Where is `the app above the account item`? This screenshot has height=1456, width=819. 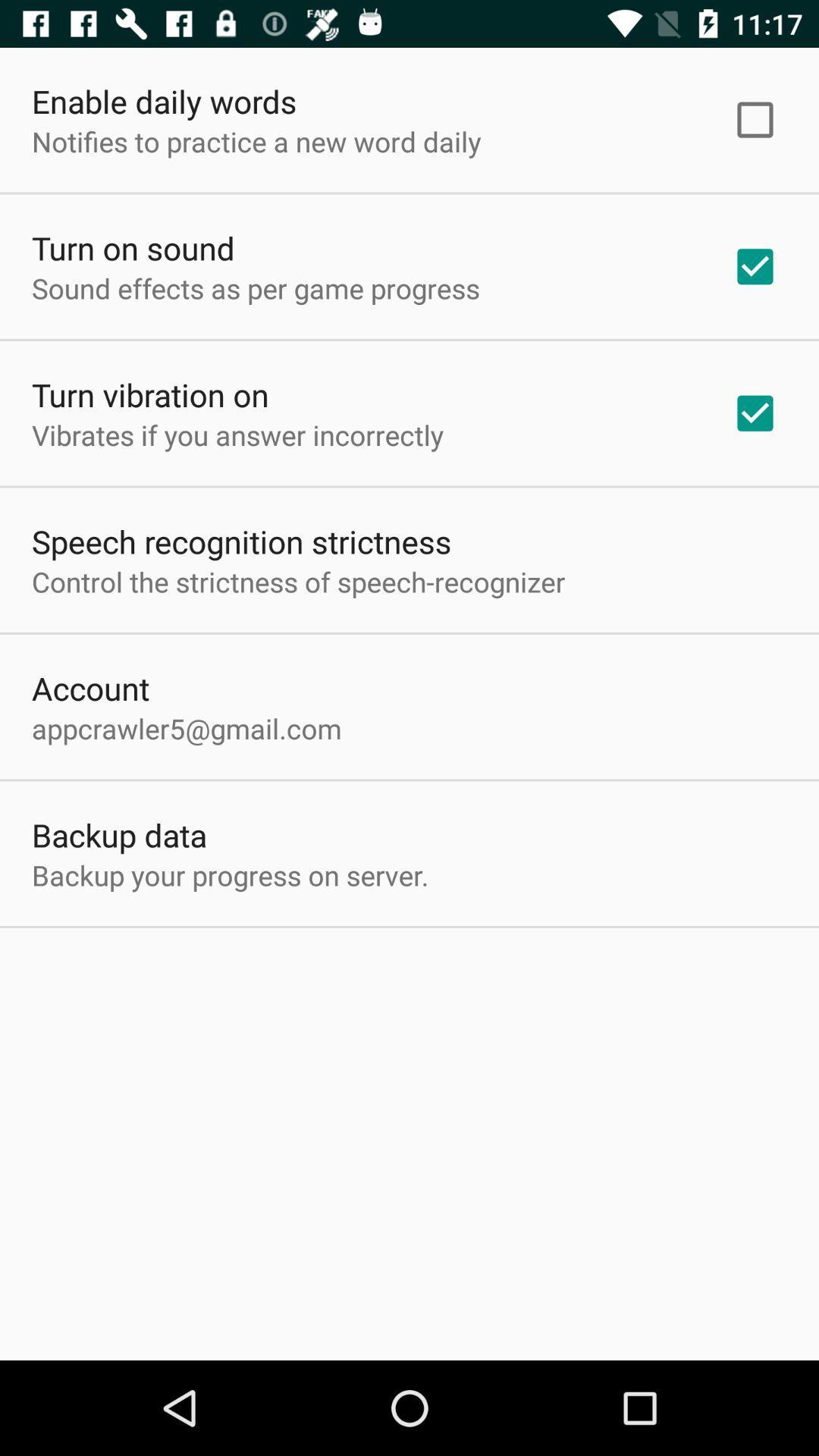 the app above the account item is located at coordinates (298, 581).